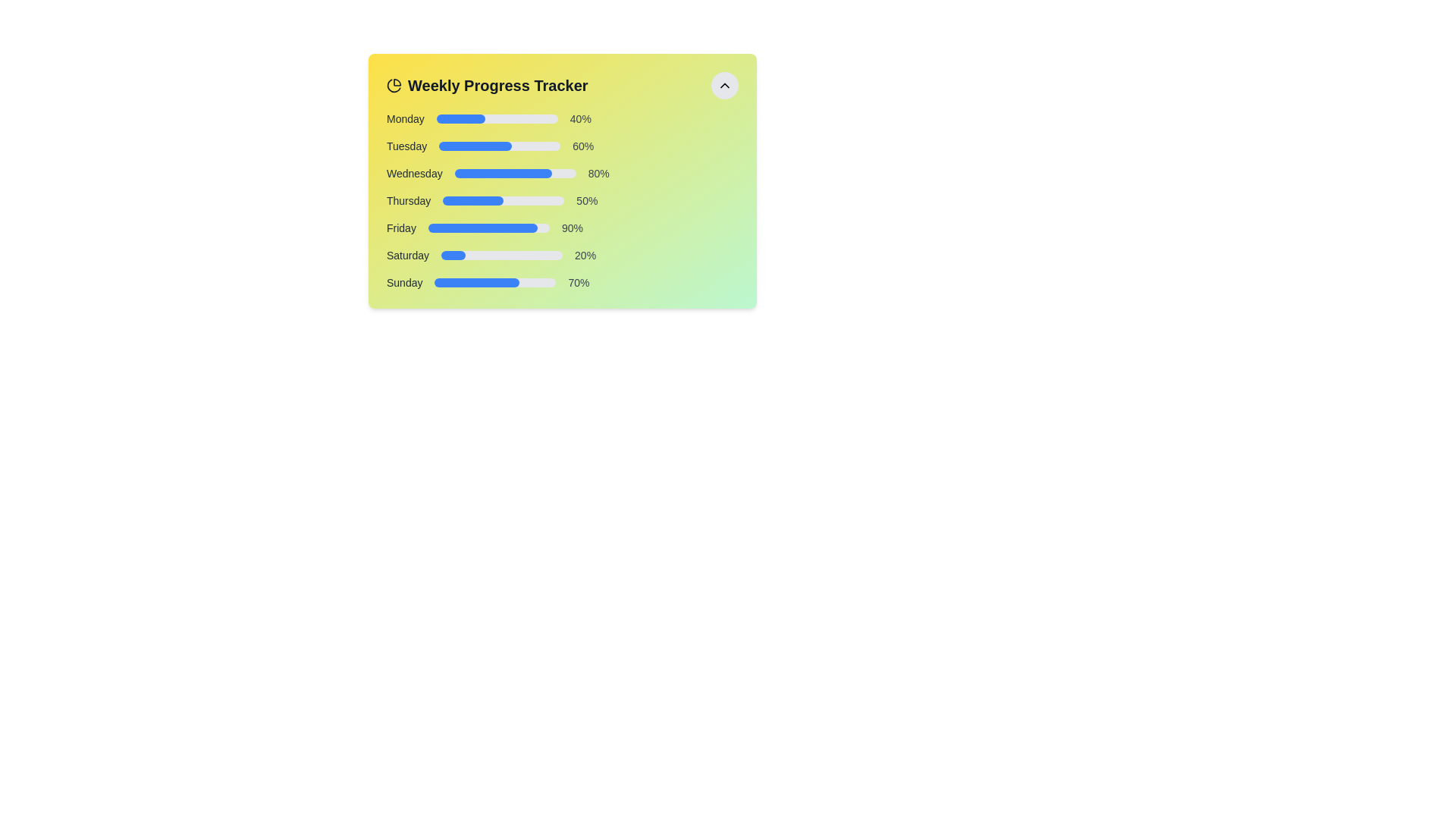  Describe the element at coordinates (723, 85) in the screenshot. I see `the circular button located at the top-right corner of the 'Weekly Progress Tracker' card` at that location.